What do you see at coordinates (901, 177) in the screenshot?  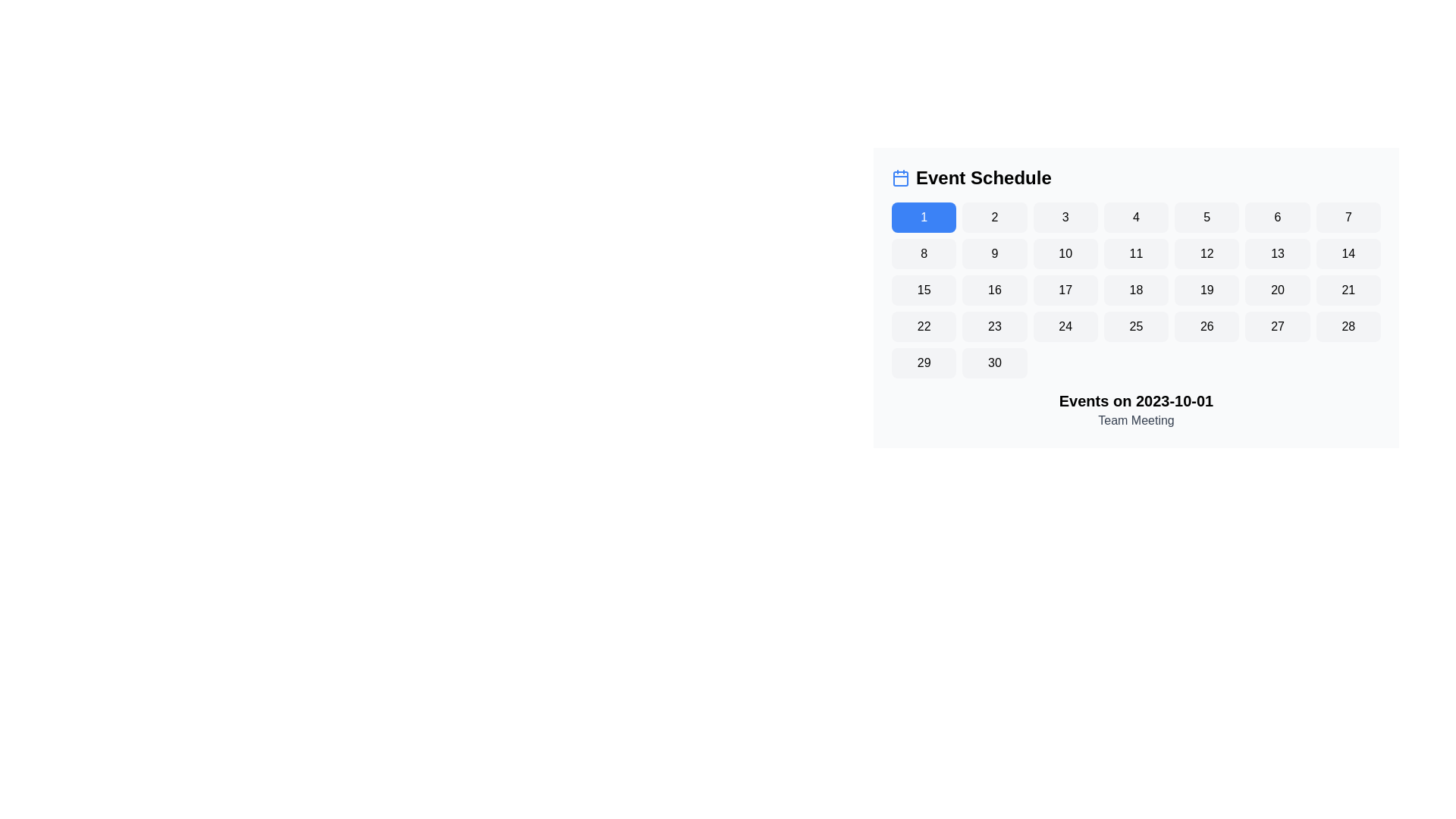 I see `the calendar icon located in the top left corner of the section containing the calendar functionality, which is positioned to the left of the 'Event Schedule' text` at bounding box center [901, 177].